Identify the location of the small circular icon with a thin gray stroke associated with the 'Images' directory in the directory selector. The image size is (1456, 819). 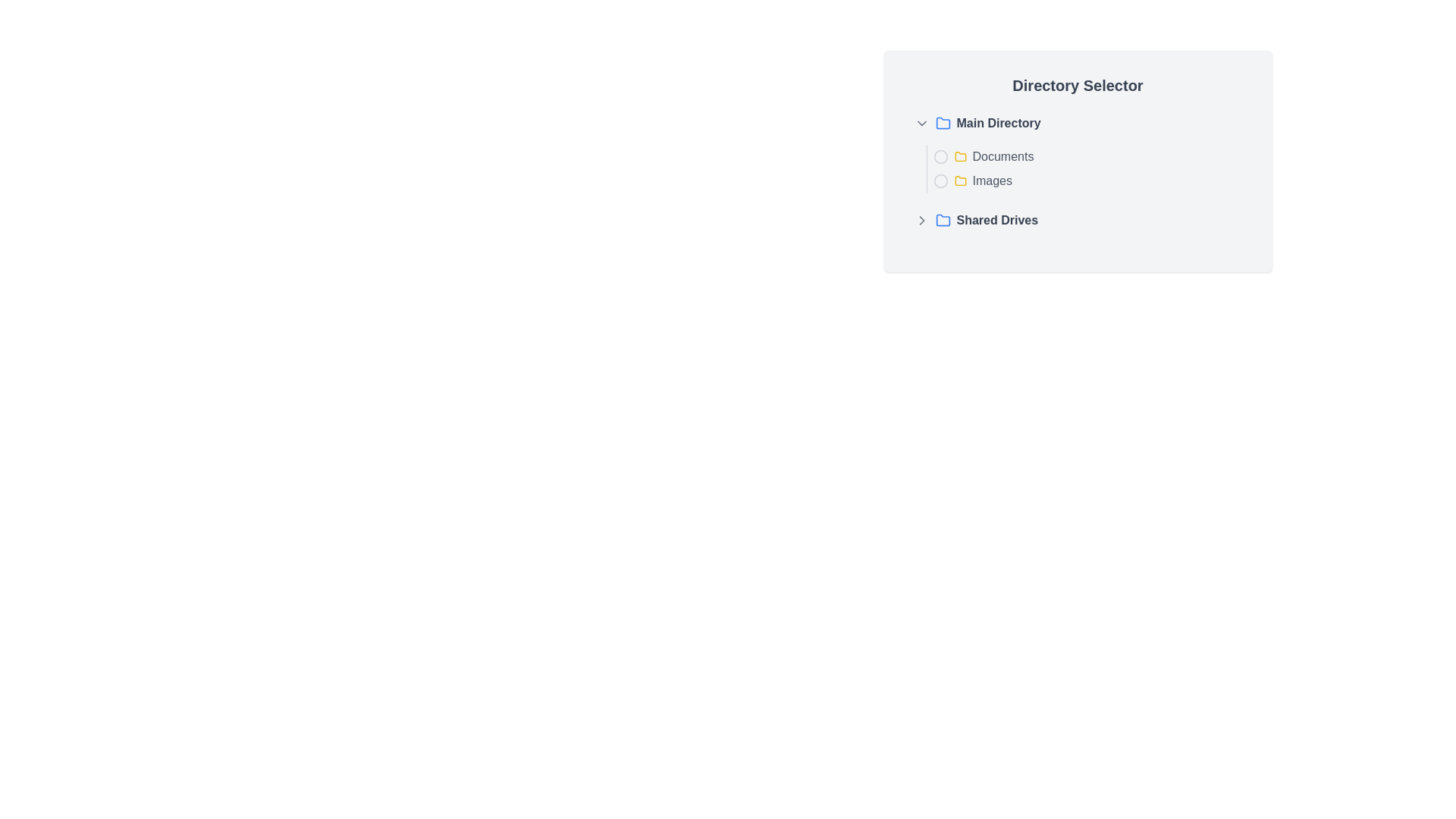
(940, 180).